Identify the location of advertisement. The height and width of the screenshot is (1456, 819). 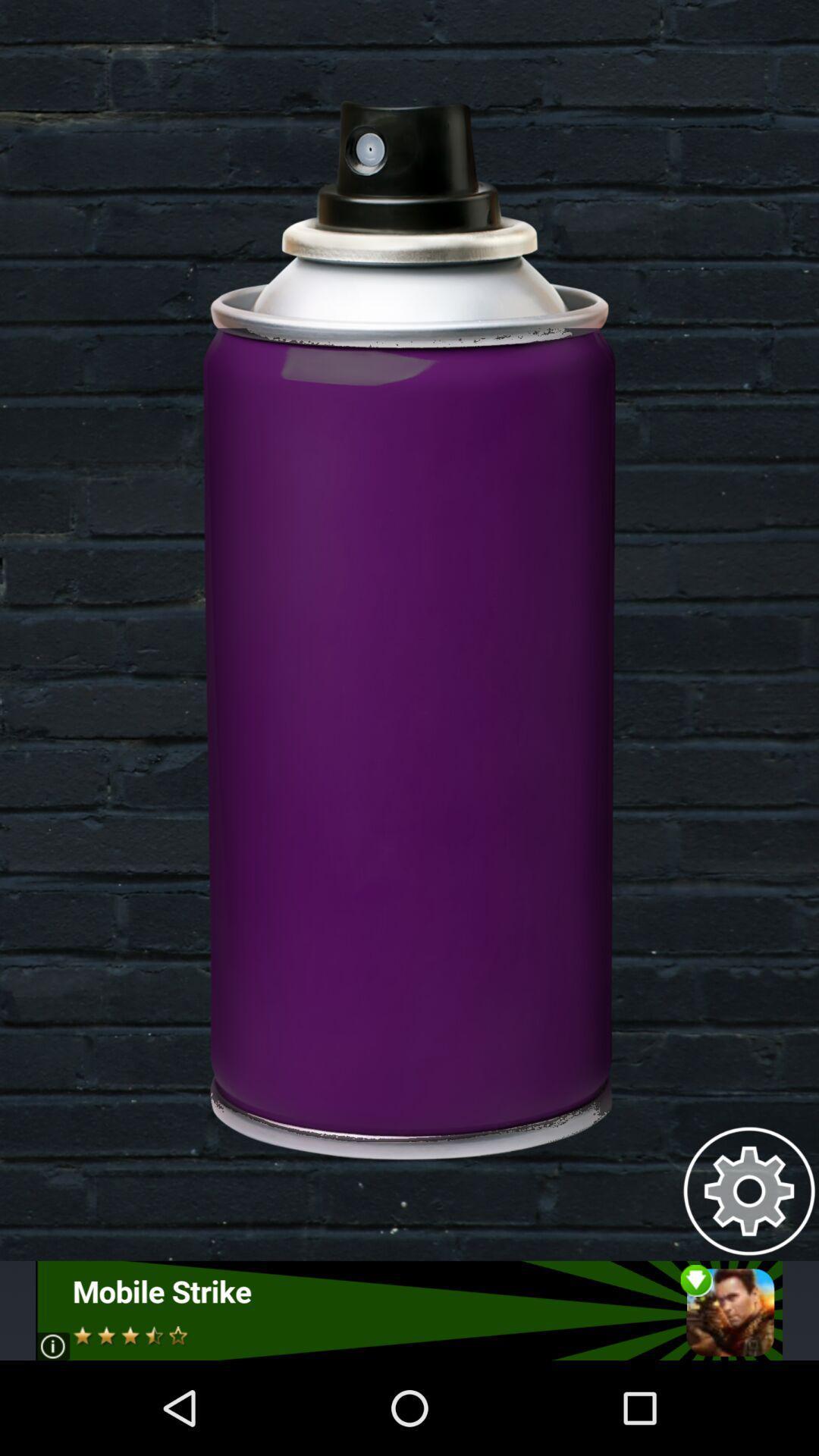
(408, 1310).